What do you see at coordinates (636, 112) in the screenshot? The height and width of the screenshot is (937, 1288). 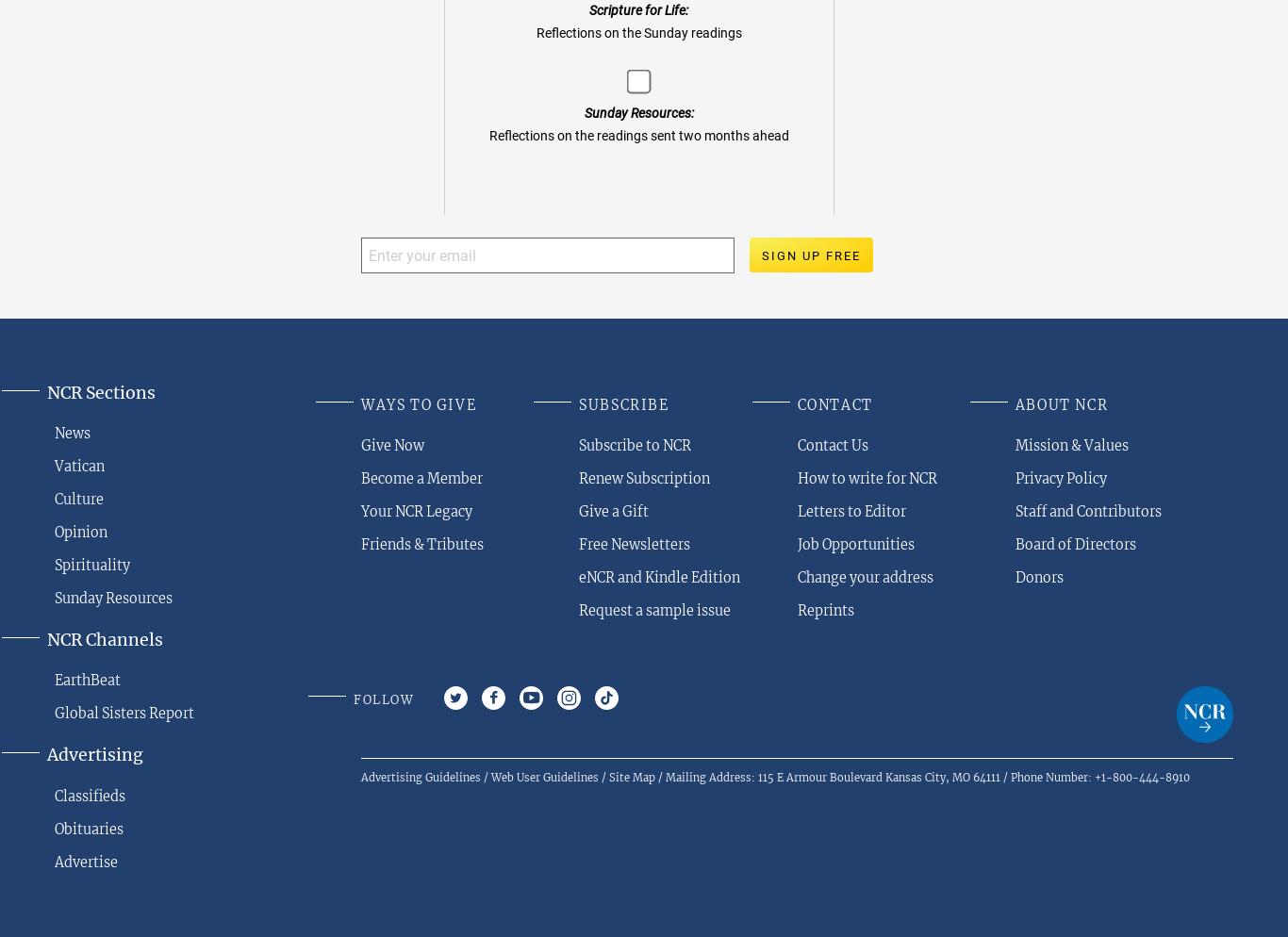 I see `'Sunday Resources:'` at bounding box center [636, 112].